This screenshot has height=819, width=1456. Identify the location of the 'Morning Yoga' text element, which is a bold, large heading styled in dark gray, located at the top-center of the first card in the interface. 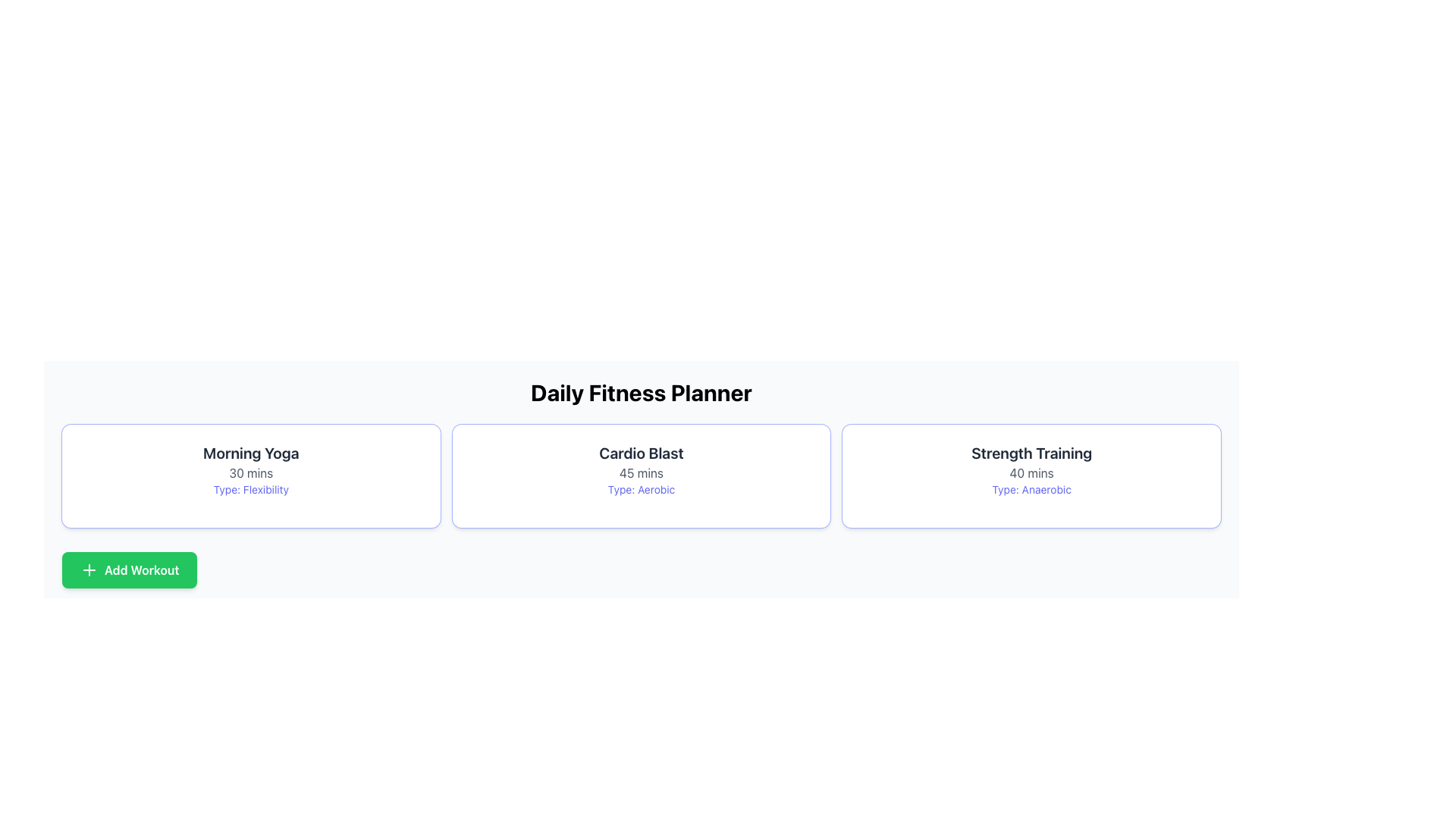
(251, 452).